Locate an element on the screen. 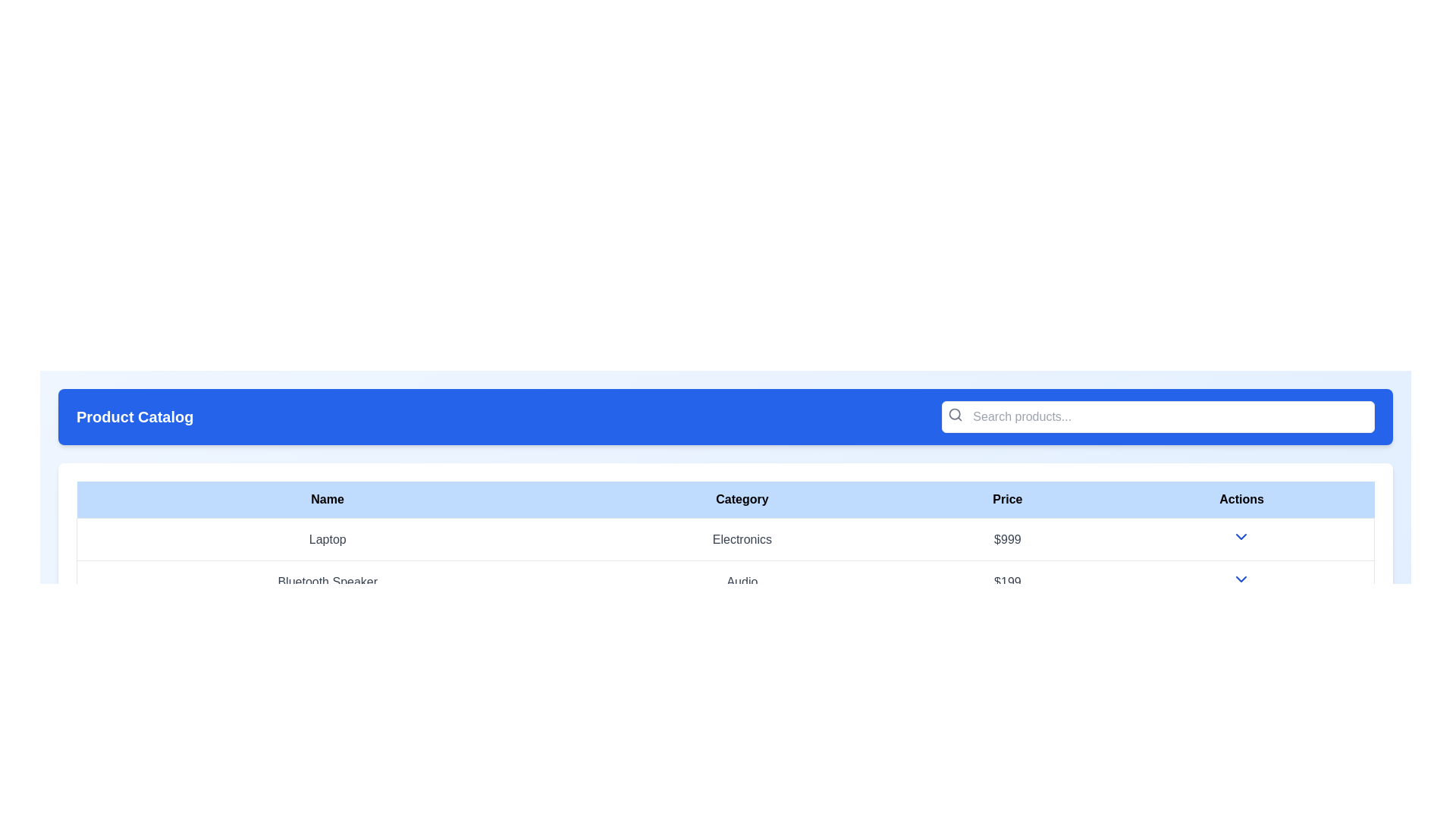 Image resolution: width=1456 pixels, height=819 pixels. the table rows below the header by clicking on the table header row that organizes and labels the data displayed below it is located at coordinates (724, 500).